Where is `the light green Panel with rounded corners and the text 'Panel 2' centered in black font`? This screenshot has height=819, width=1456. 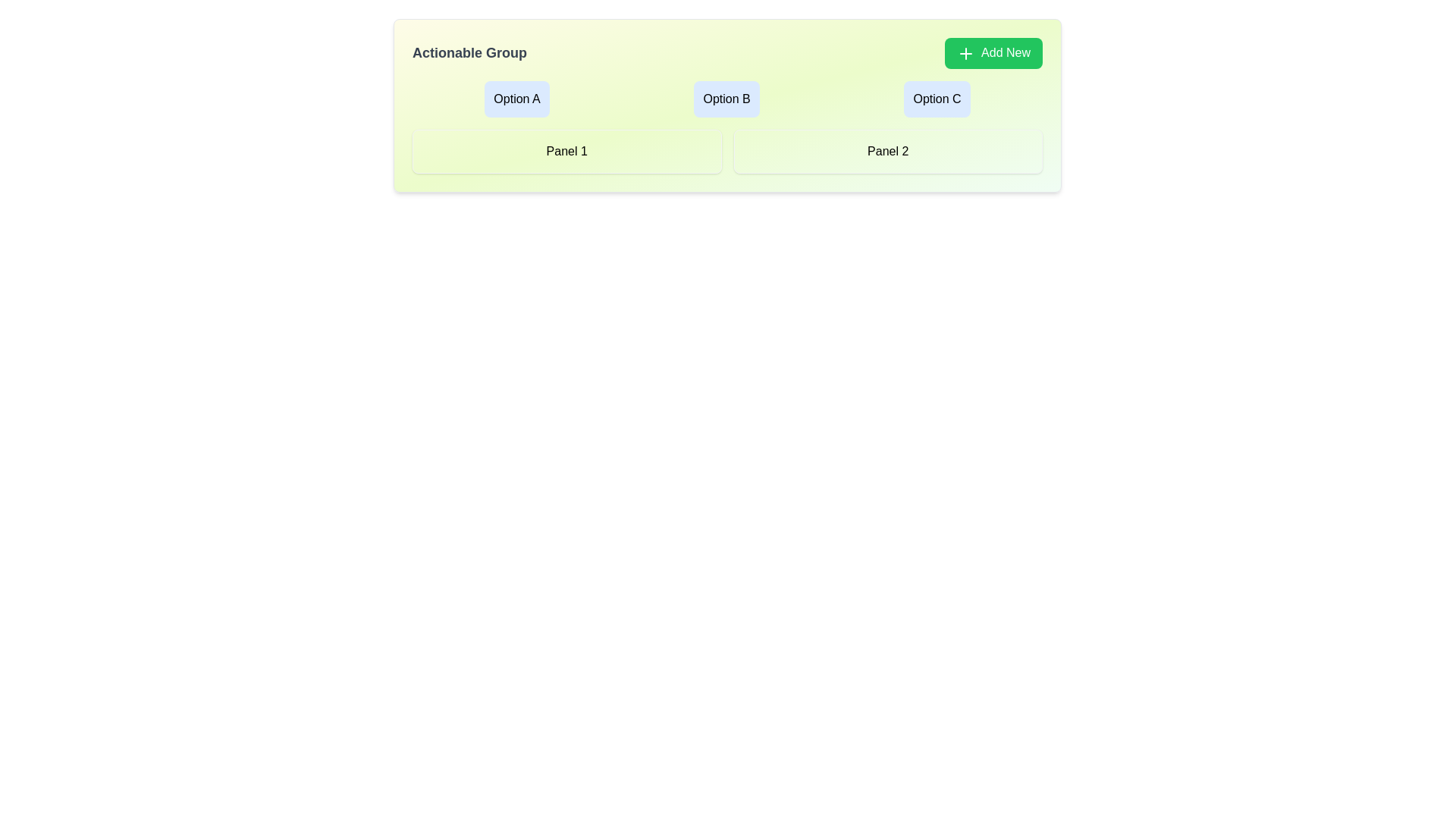
the light green Panel with rounded corners and the text 'Panel 2' centered in black font is located at coordinates (888, 151).